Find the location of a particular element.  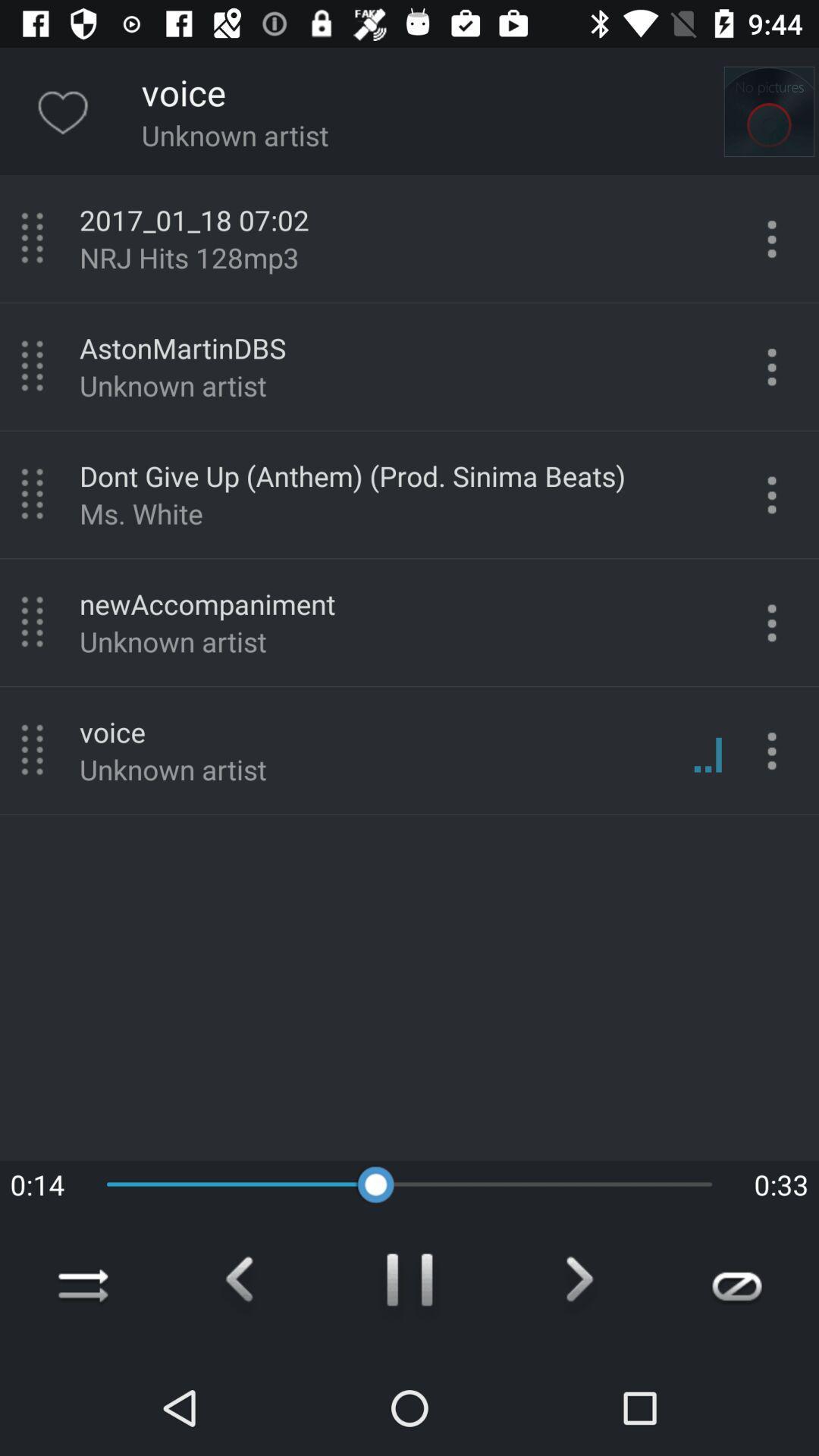

the pause icon is located at coordinates (409, 1283).